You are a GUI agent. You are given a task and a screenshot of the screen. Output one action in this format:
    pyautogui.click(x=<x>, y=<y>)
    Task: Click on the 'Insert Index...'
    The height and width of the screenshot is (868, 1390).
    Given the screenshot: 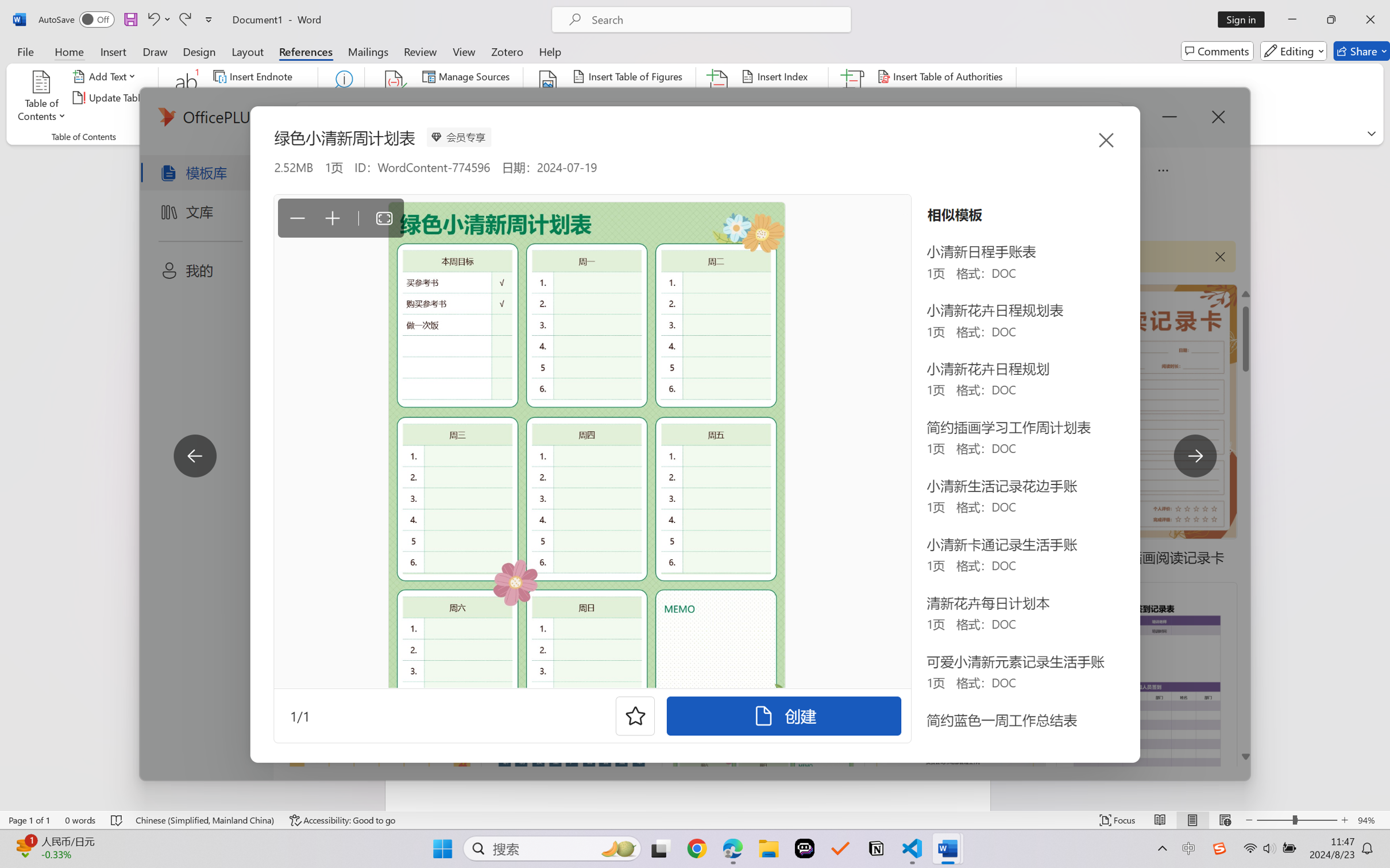 What is the action you would take?
    pyautogui.click(x=775, y=75)
    